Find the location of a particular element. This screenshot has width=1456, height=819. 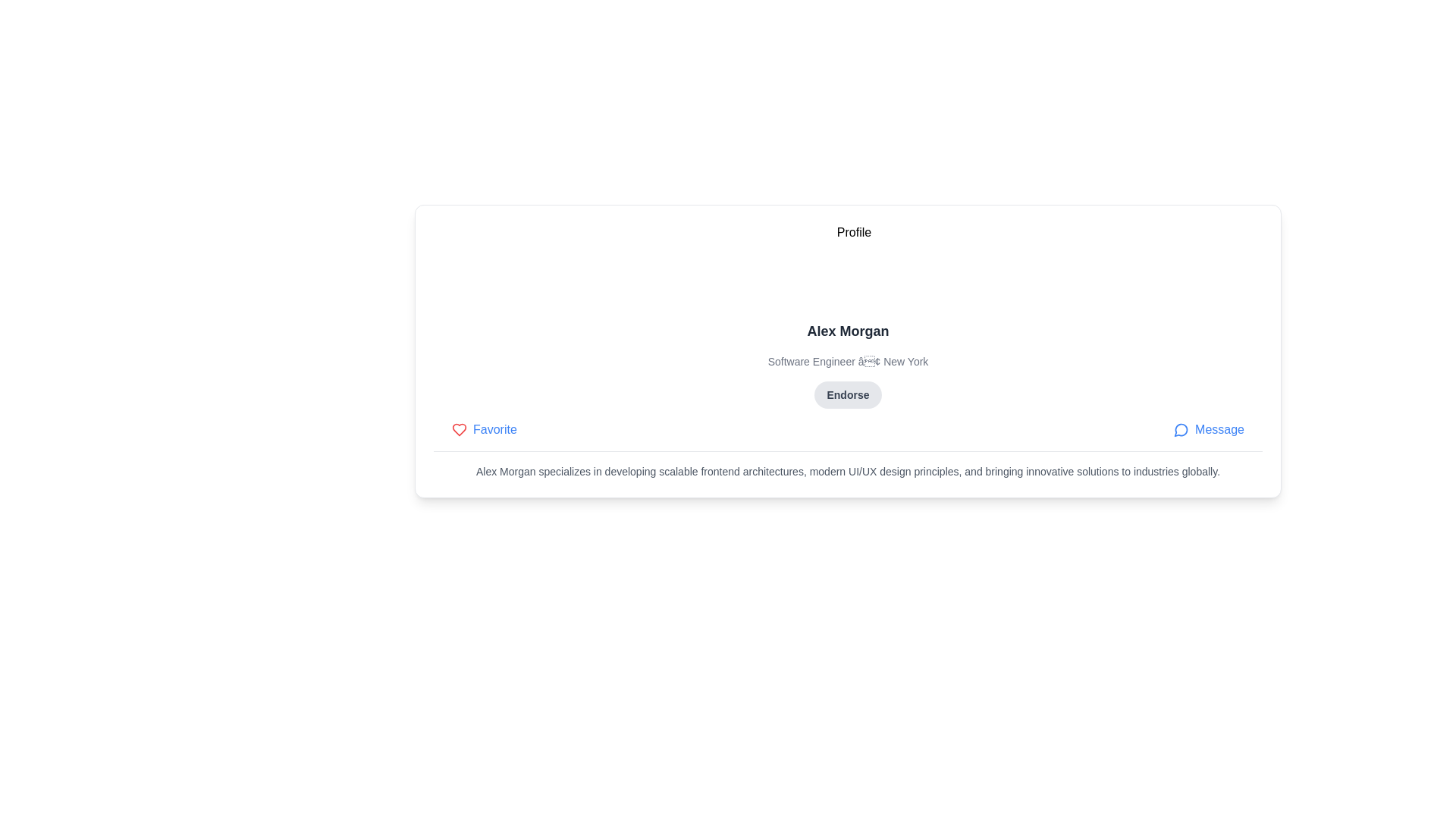

the favorite/like button located directly to the left of the 'Message' button in the bottom section of the profile interface for keyboard interaction is located at coordinates (483, 430).